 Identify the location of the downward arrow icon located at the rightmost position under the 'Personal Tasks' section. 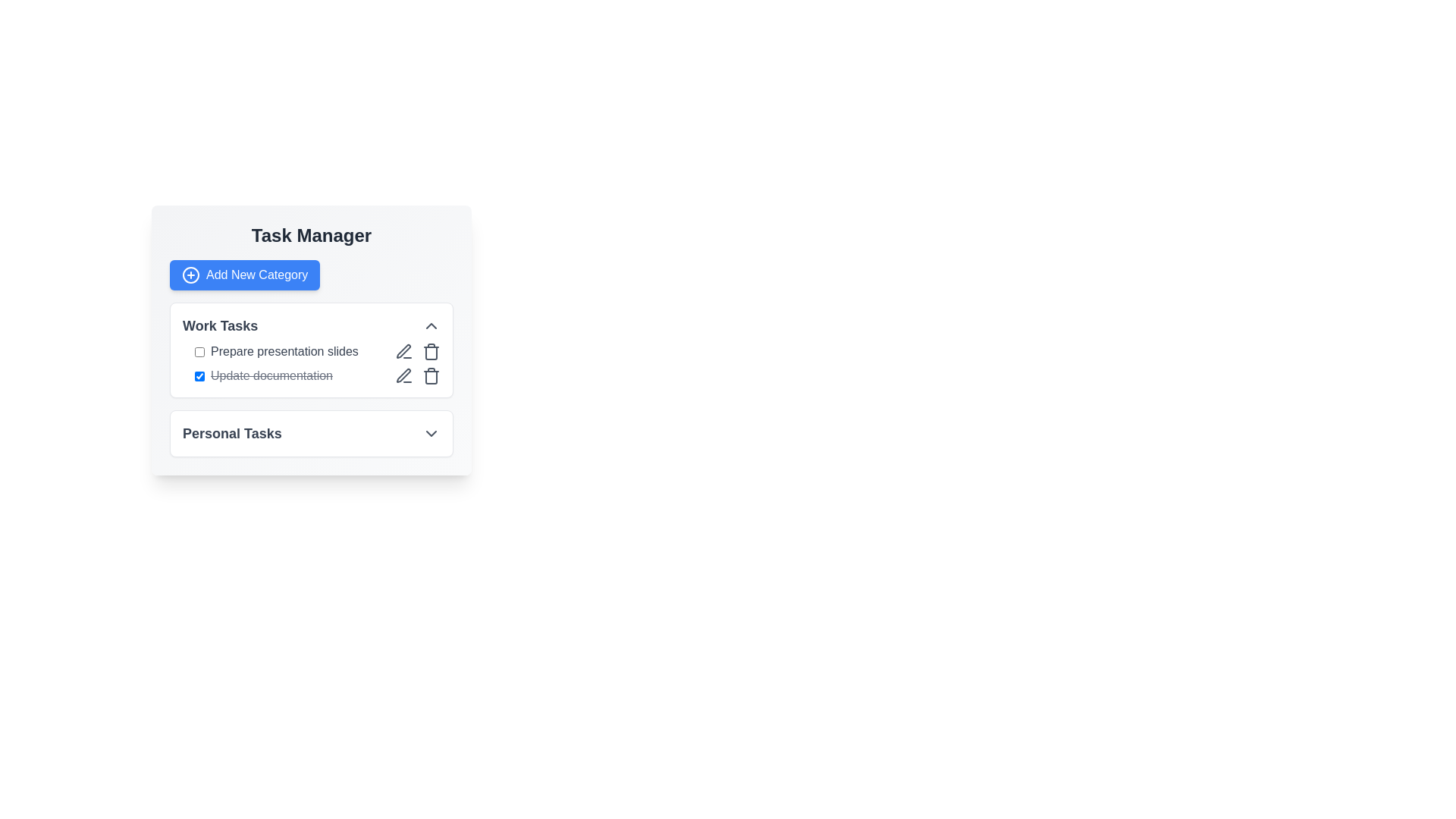
(431, 433).